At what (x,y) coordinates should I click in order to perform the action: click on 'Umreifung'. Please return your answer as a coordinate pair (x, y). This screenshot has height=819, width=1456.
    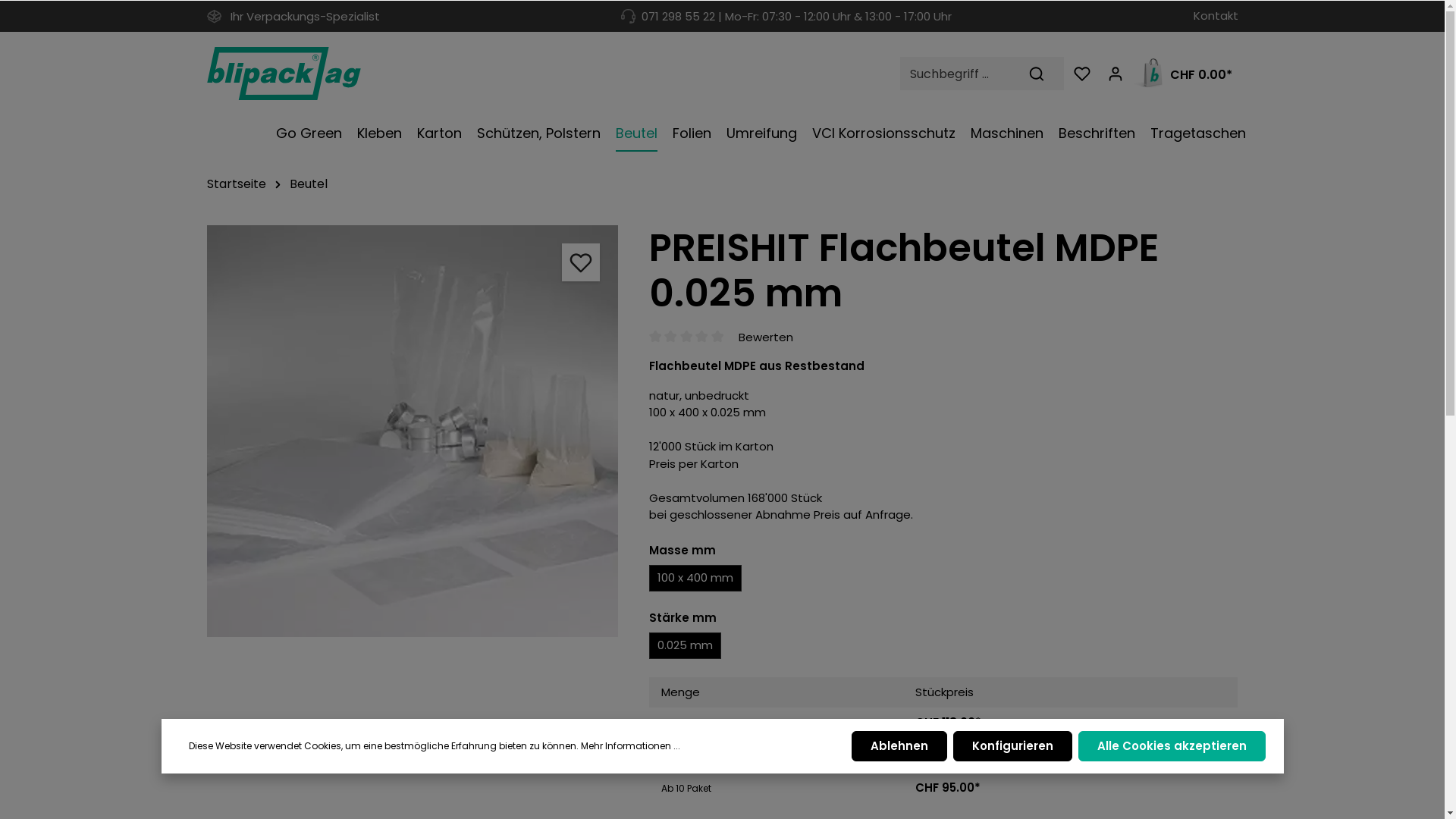
    Looking at the image, I should click on (761, 133).